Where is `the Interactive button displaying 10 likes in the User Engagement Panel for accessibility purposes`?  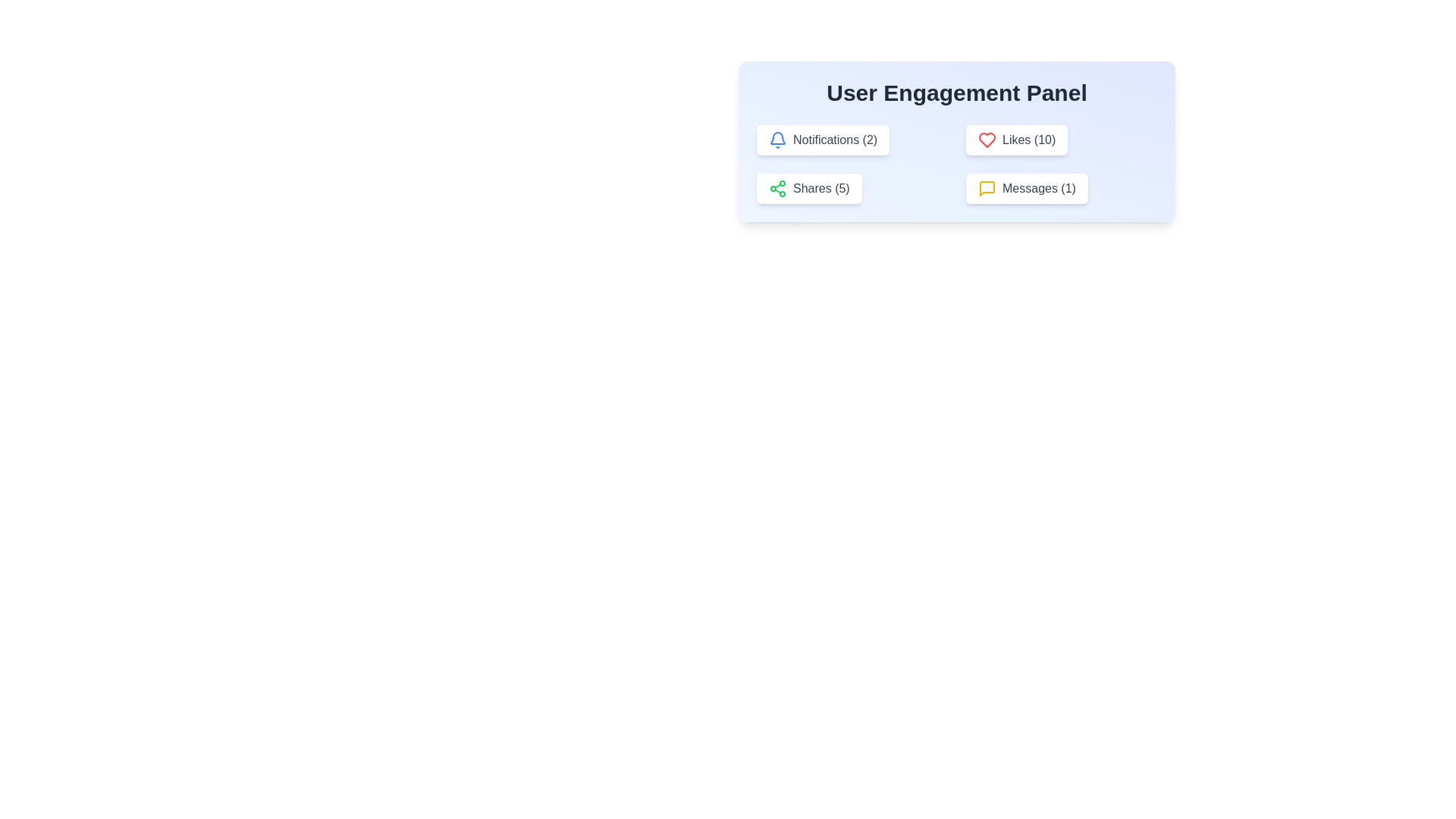 the Interactive button displaying 10 likes in the User Engagement Panel for accessibility purposes is located at coordinates (1061, 140).